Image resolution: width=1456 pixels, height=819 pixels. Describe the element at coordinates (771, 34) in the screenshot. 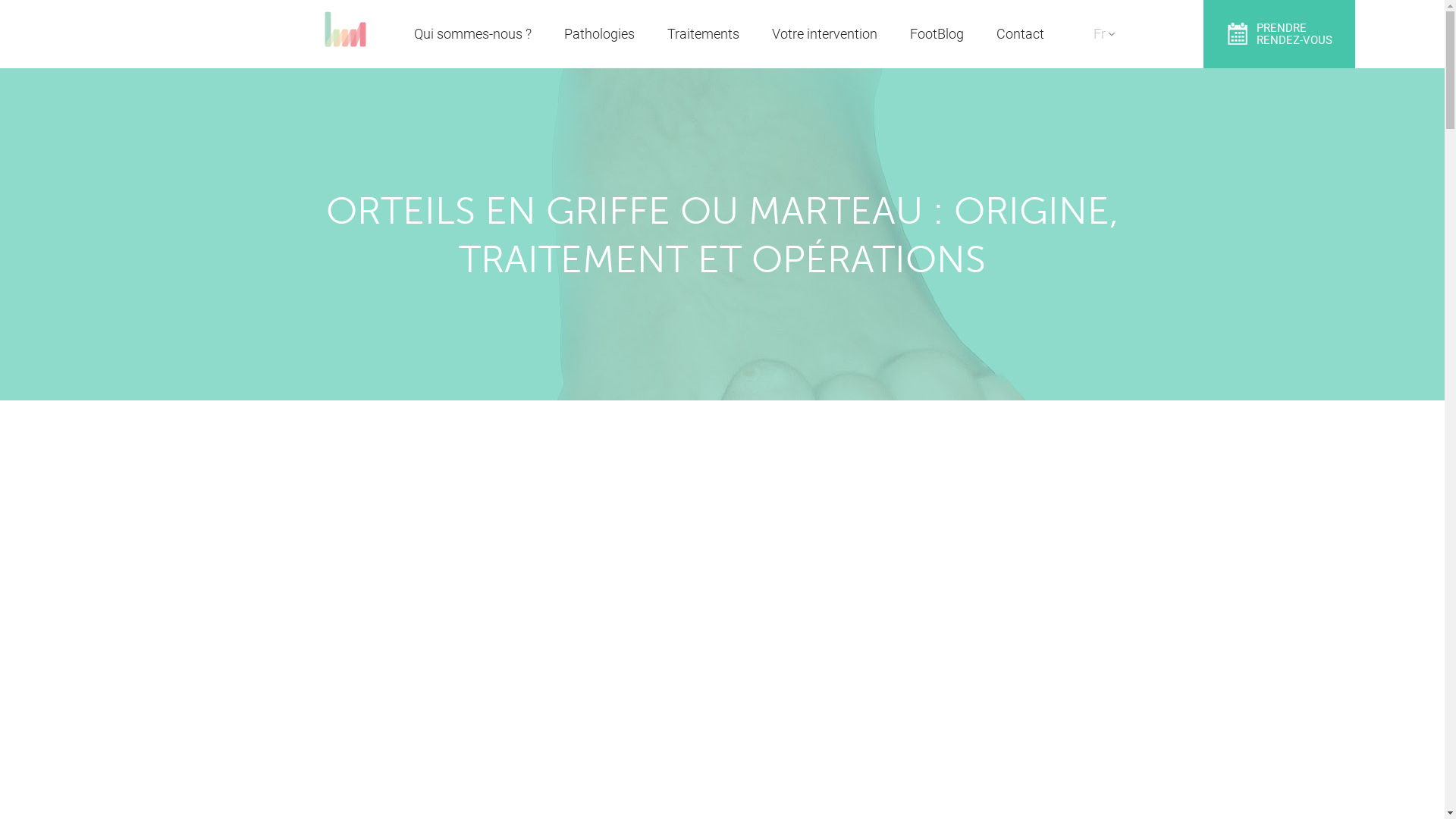

I see `'Votre intervention'` at that location.